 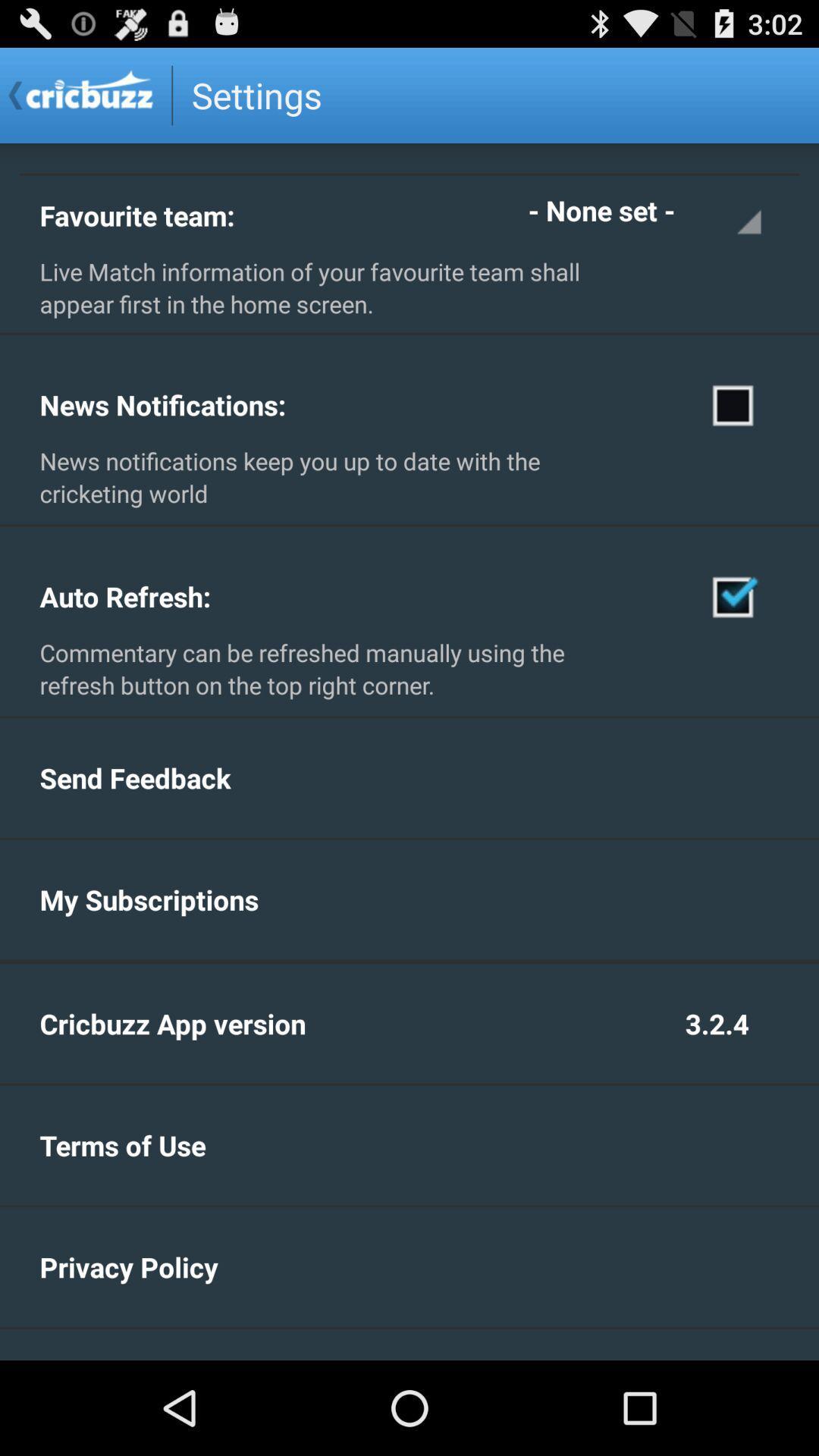 I want to click on check auto refresh option, so click(x=733, y=595).